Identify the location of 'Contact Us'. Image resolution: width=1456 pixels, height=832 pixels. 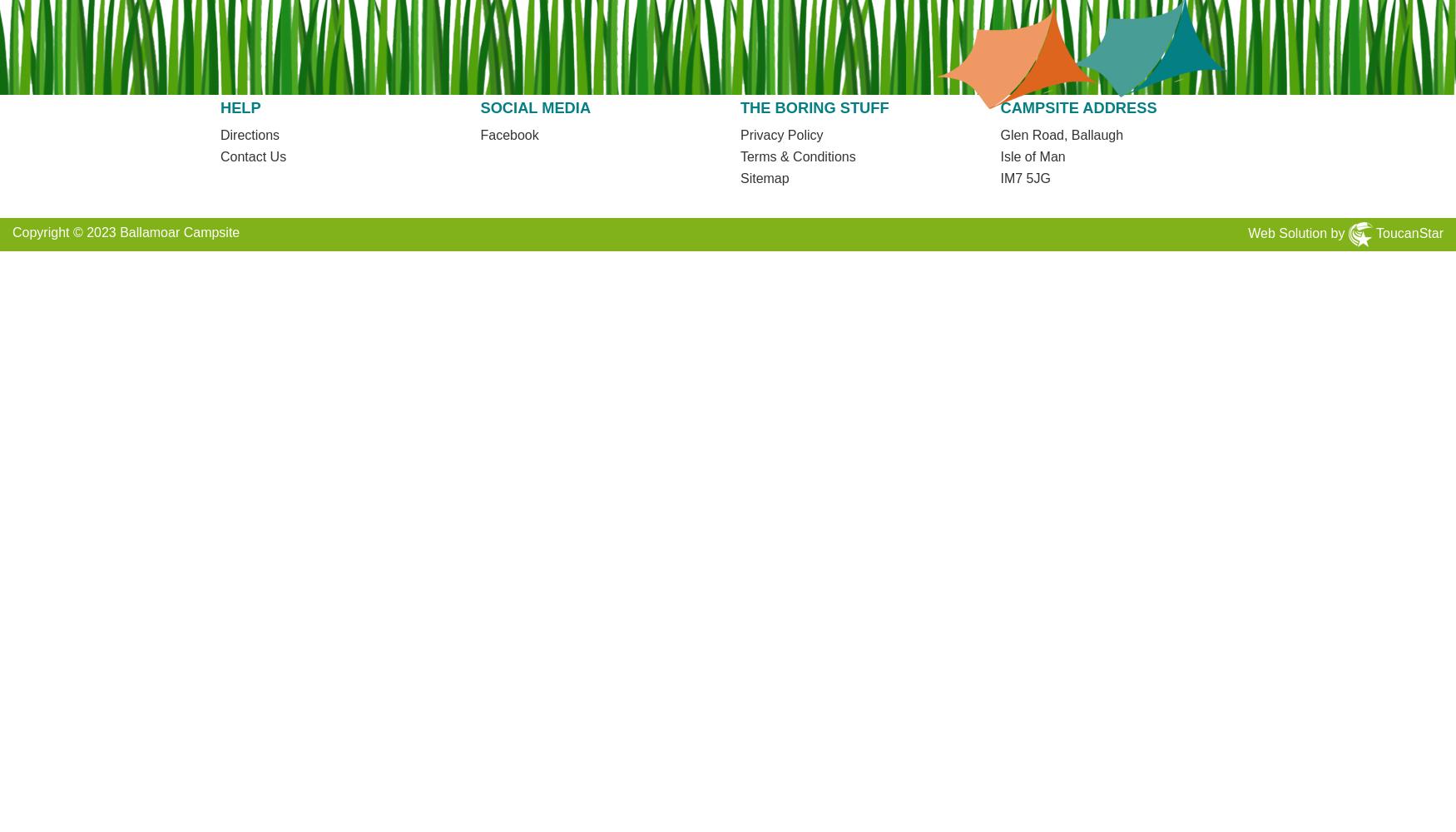
(251, 156).